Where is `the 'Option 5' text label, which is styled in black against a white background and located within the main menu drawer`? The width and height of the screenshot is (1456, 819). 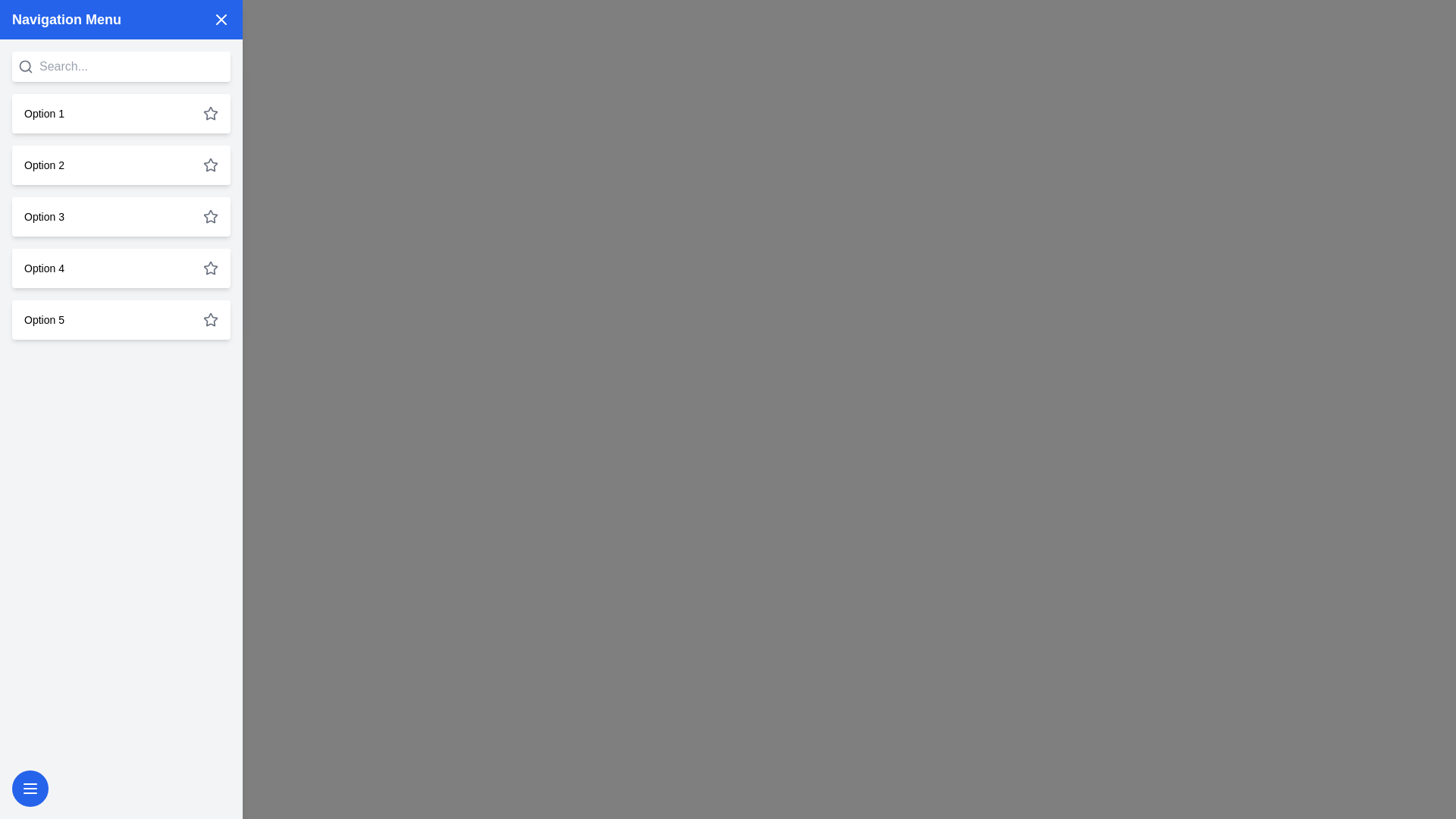 the 'Option 5' text label, which is styled in black against a white background and located within the main menu drawer is located at coordinates (44, 318).